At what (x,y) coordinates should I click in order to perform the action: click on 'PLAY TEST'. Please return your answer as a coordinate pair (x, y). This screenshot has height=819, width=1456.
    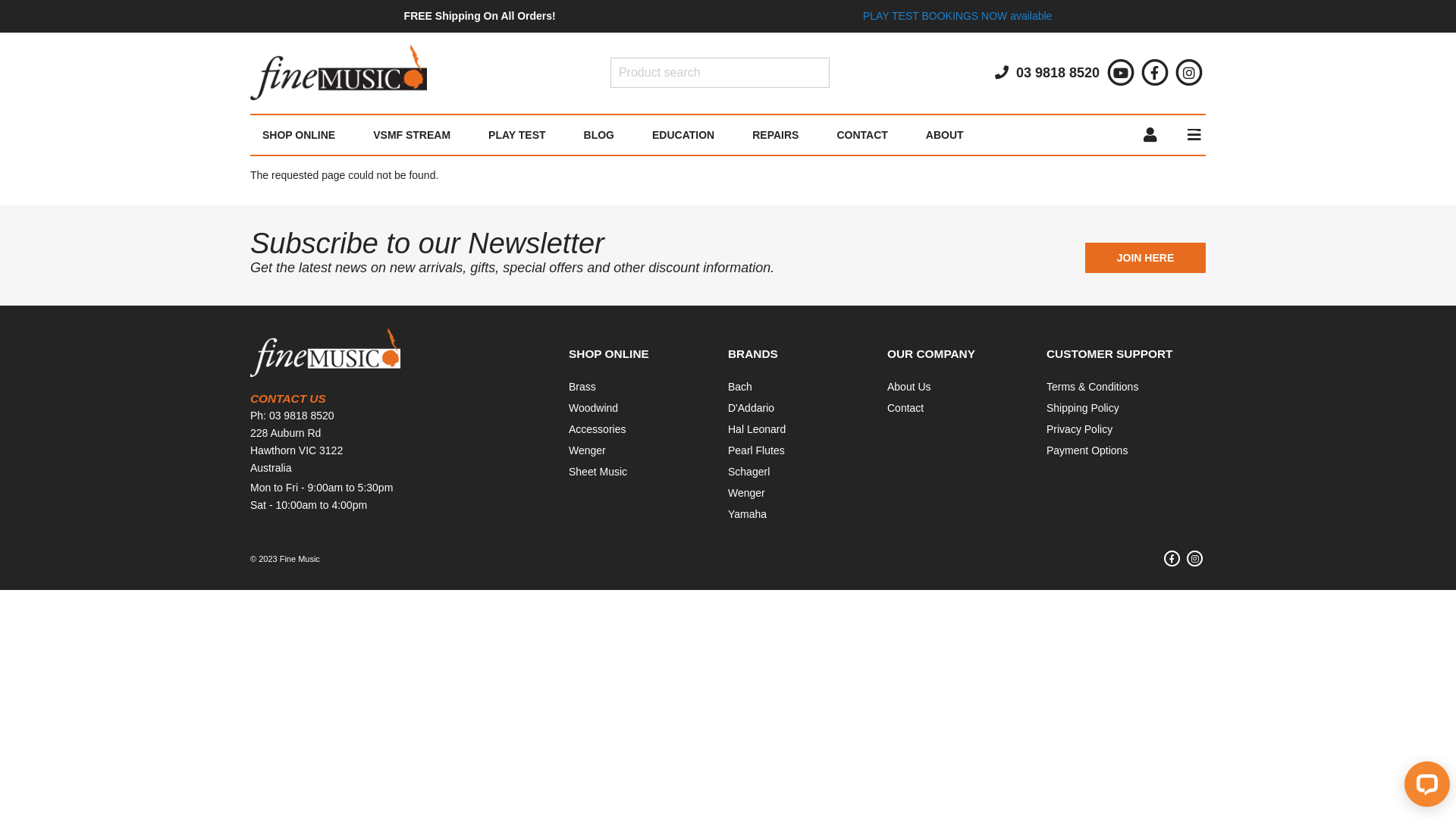
    Looking at the image, I should click on (469, 133).